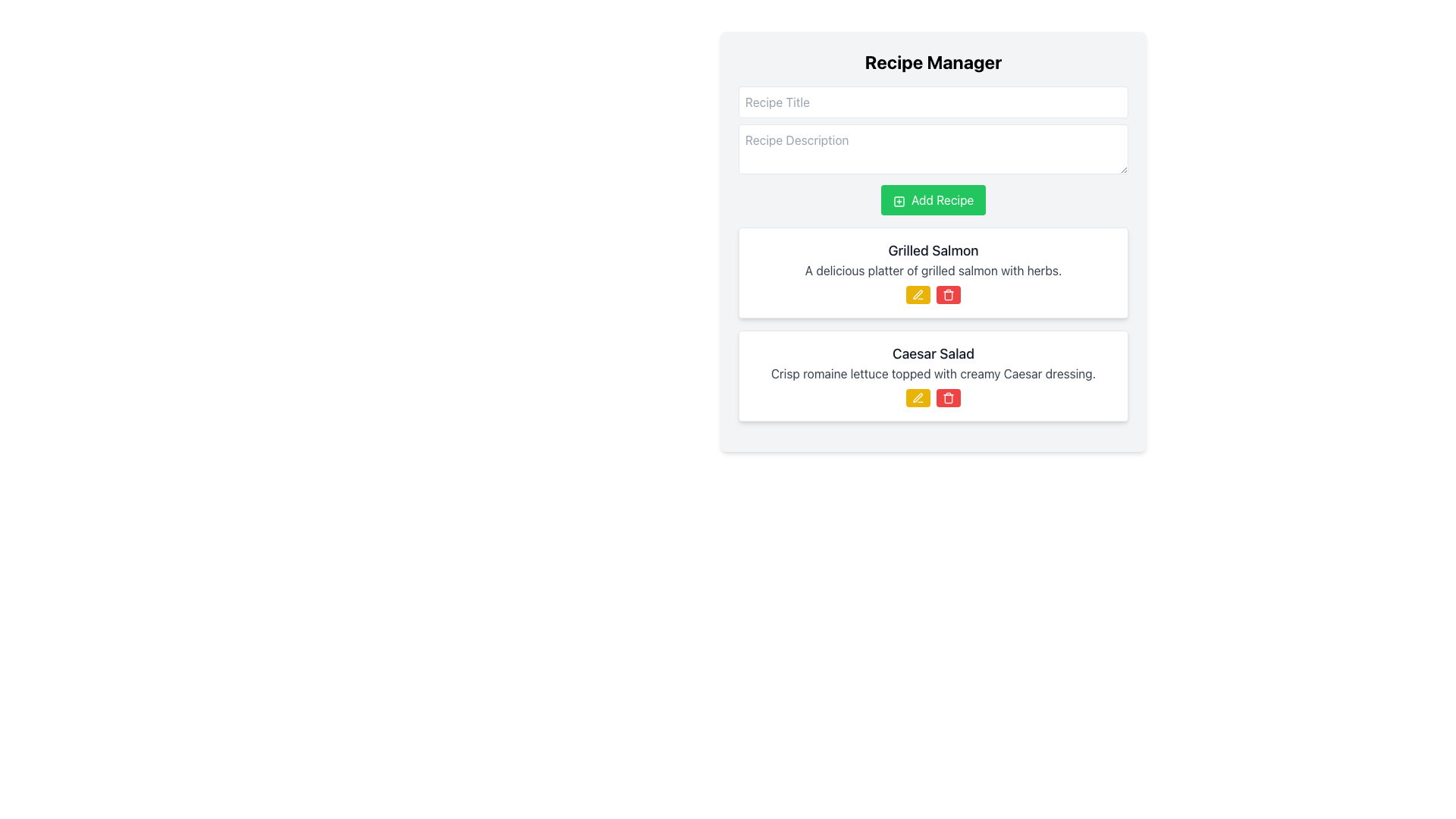 Image resolution: width=1456 pixels, height=819 pixels. I want to click on the small yellow icon button shaped like a pen located in the upper-right portion of the 'Grilled Salmon' section, so click(917, 397).